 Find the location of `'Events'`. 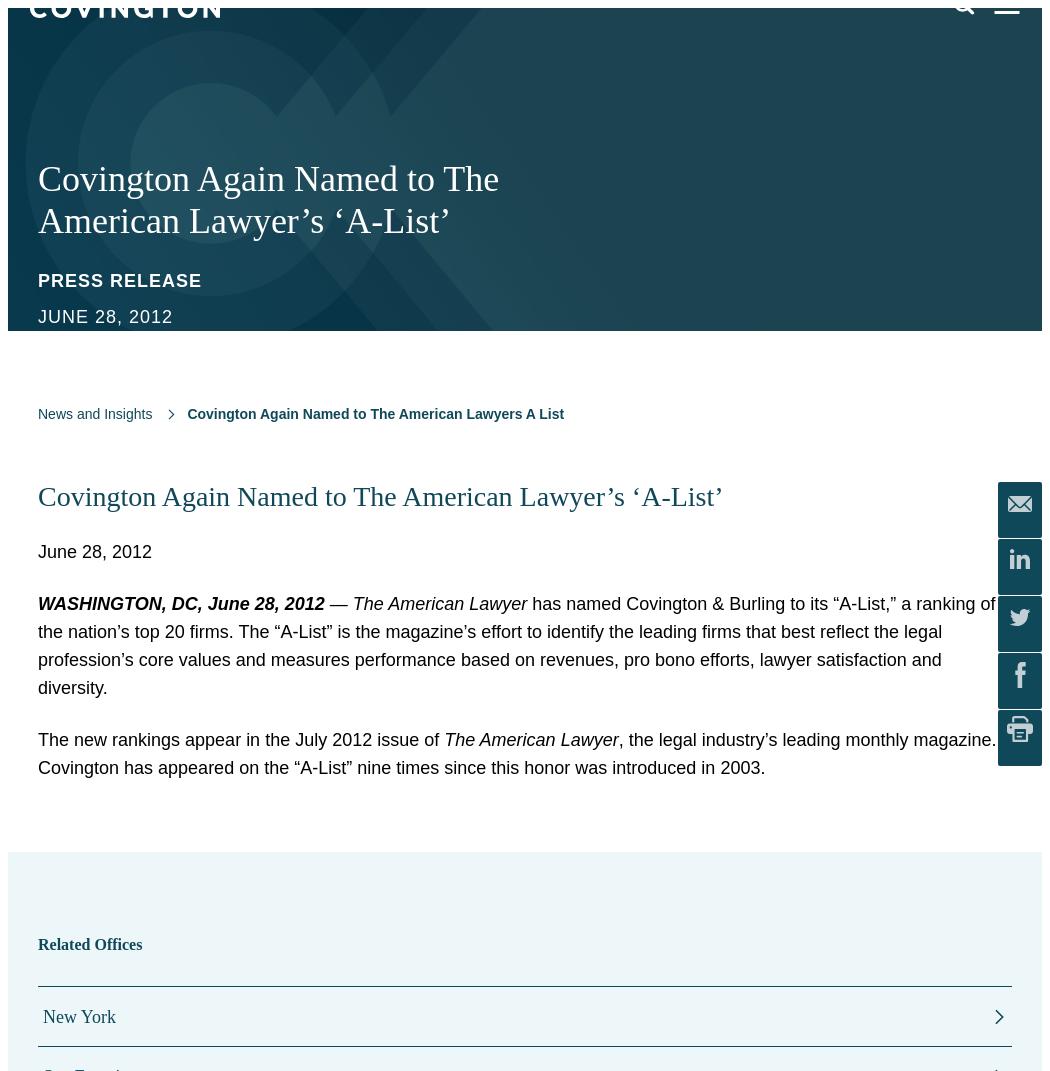

'Events' is located at coordinates (54, 567).